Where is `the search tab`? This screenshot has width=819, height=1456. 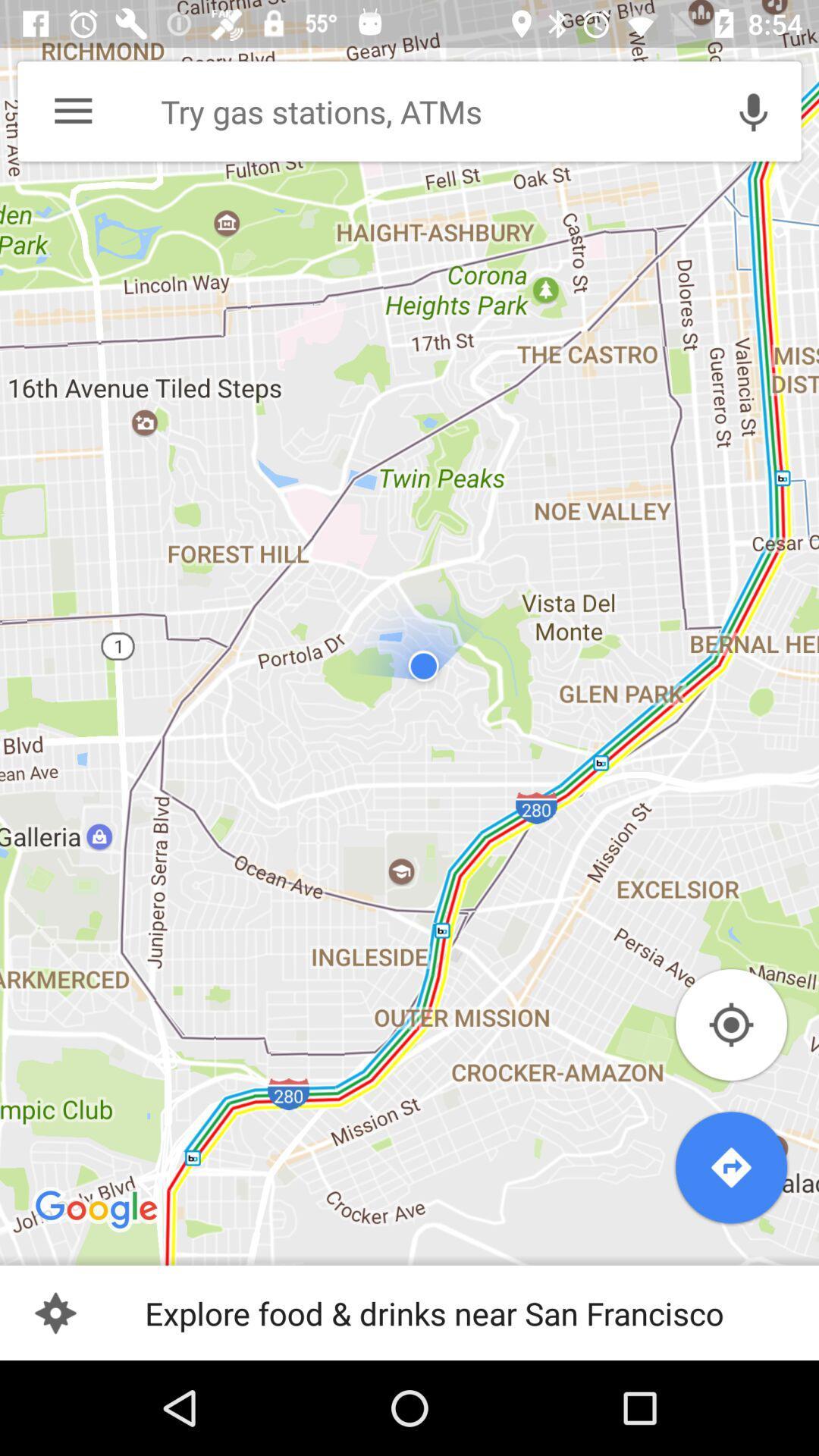 the search tab is located at coordinates (425, 111).